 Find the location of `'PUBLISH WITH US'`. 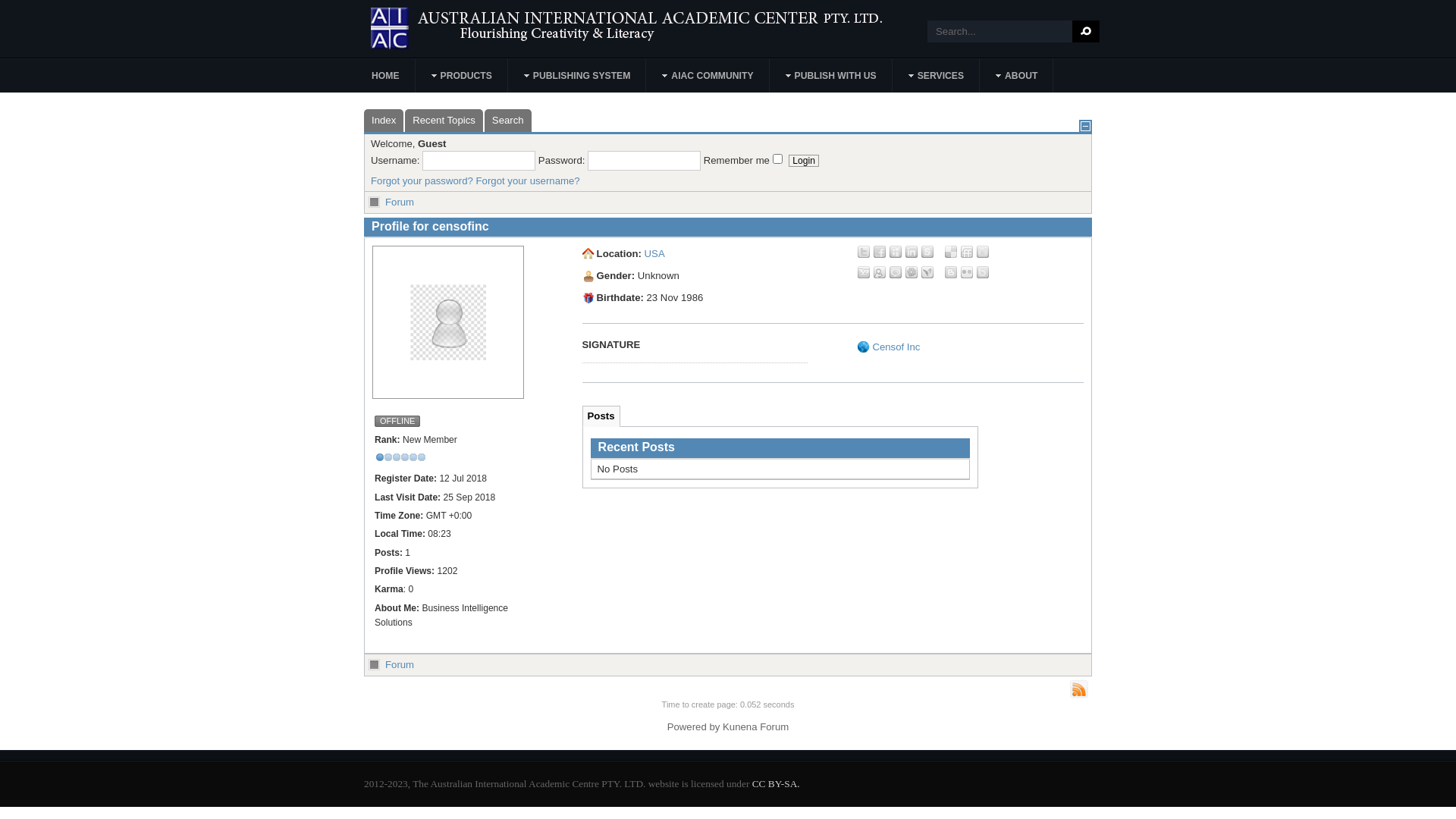

'PUBLISH WITH US' is located at coordinates (770, 76).